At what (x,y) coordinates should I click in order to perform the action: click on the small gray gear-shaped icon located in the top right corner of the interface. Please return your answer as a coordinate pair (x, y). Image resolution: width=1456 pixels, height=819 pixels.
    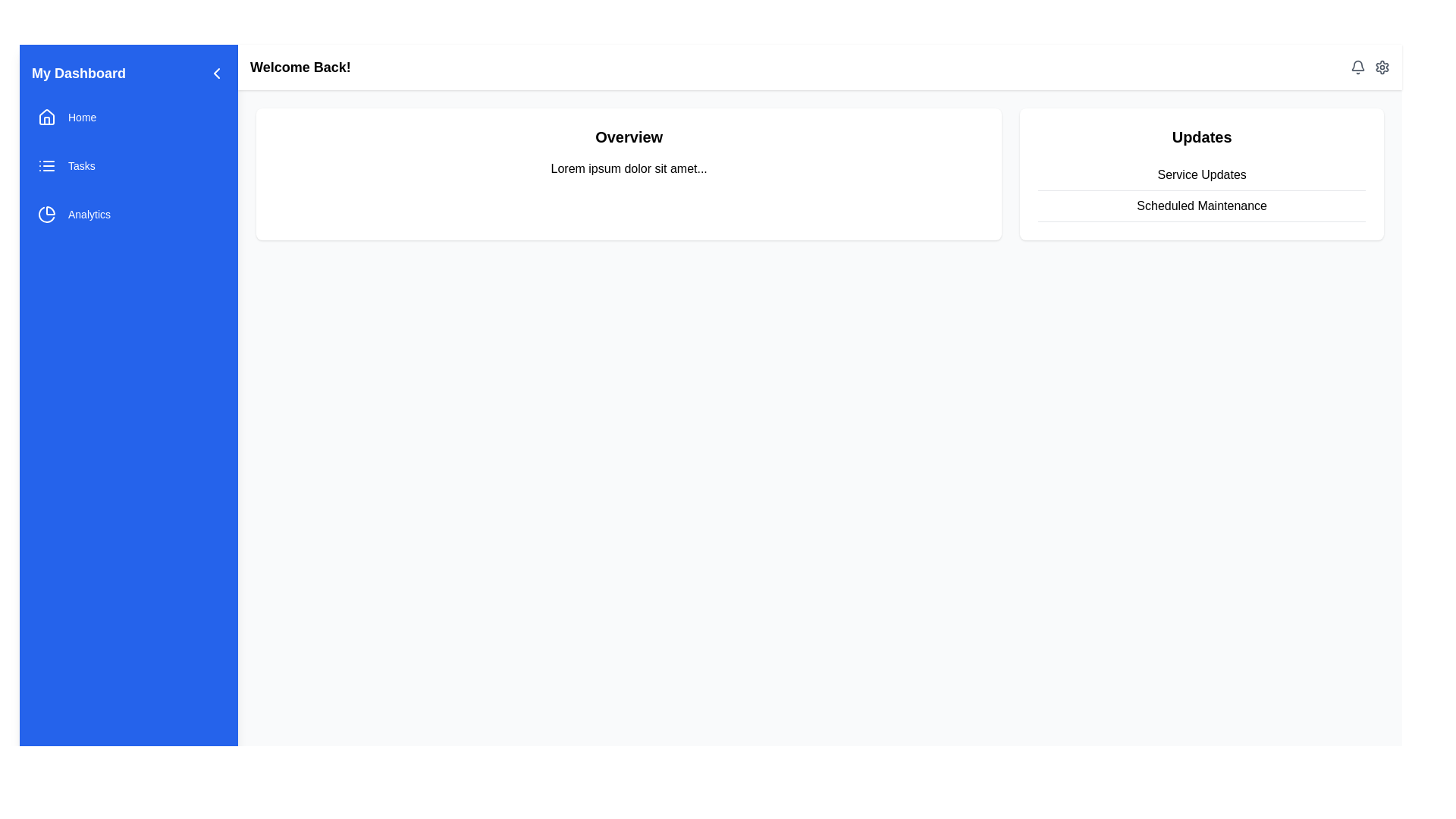
    Looking at the image, I should click on (1382, 66).